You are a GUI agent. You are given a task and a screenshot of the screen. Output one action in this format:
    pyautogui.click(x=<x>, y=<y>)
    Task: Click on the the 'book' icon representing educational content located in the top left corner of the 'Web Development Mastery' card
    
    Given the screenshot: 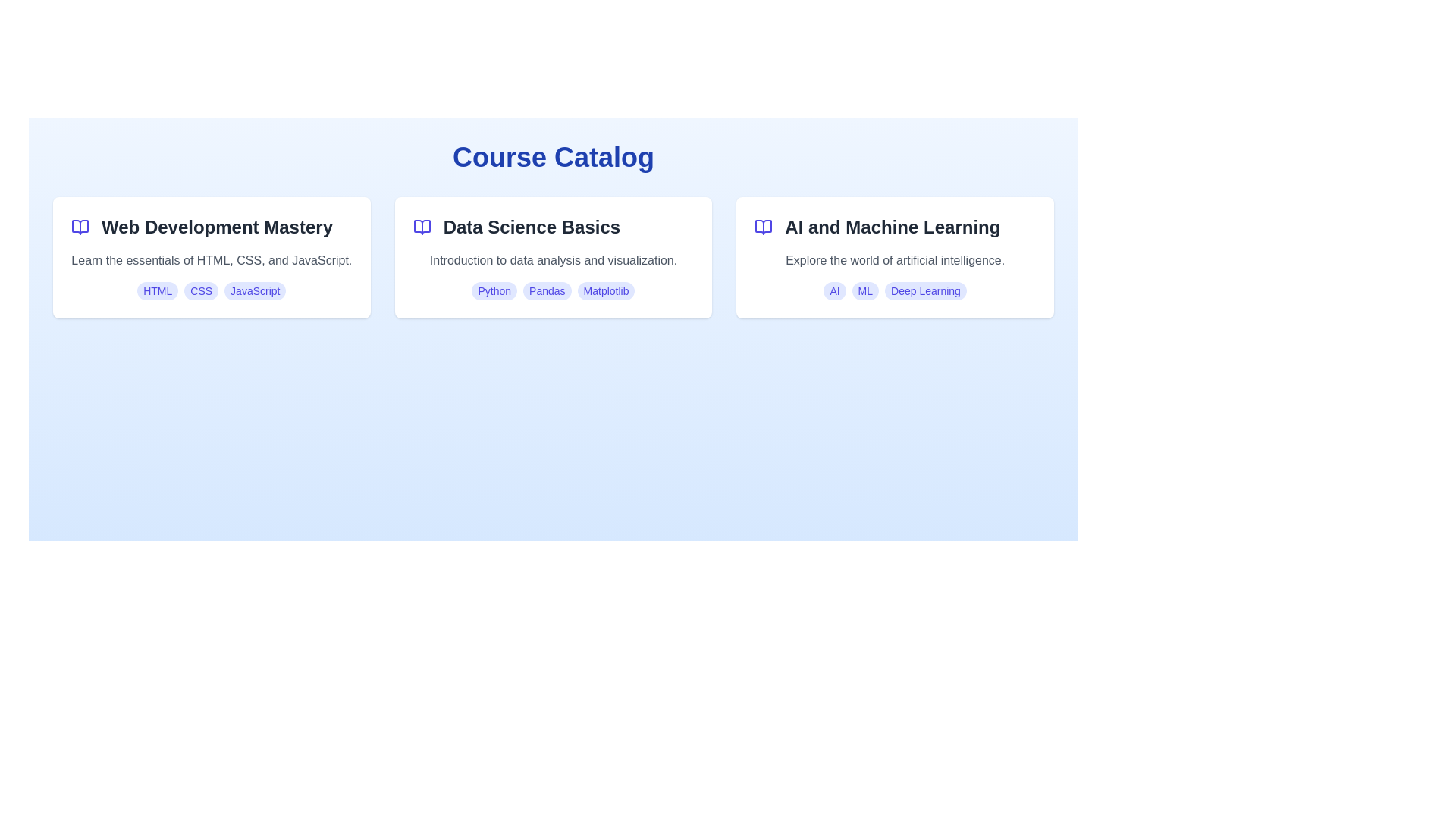 What is the action you would take?
    pyautogui.click(x=79, y=227)
    